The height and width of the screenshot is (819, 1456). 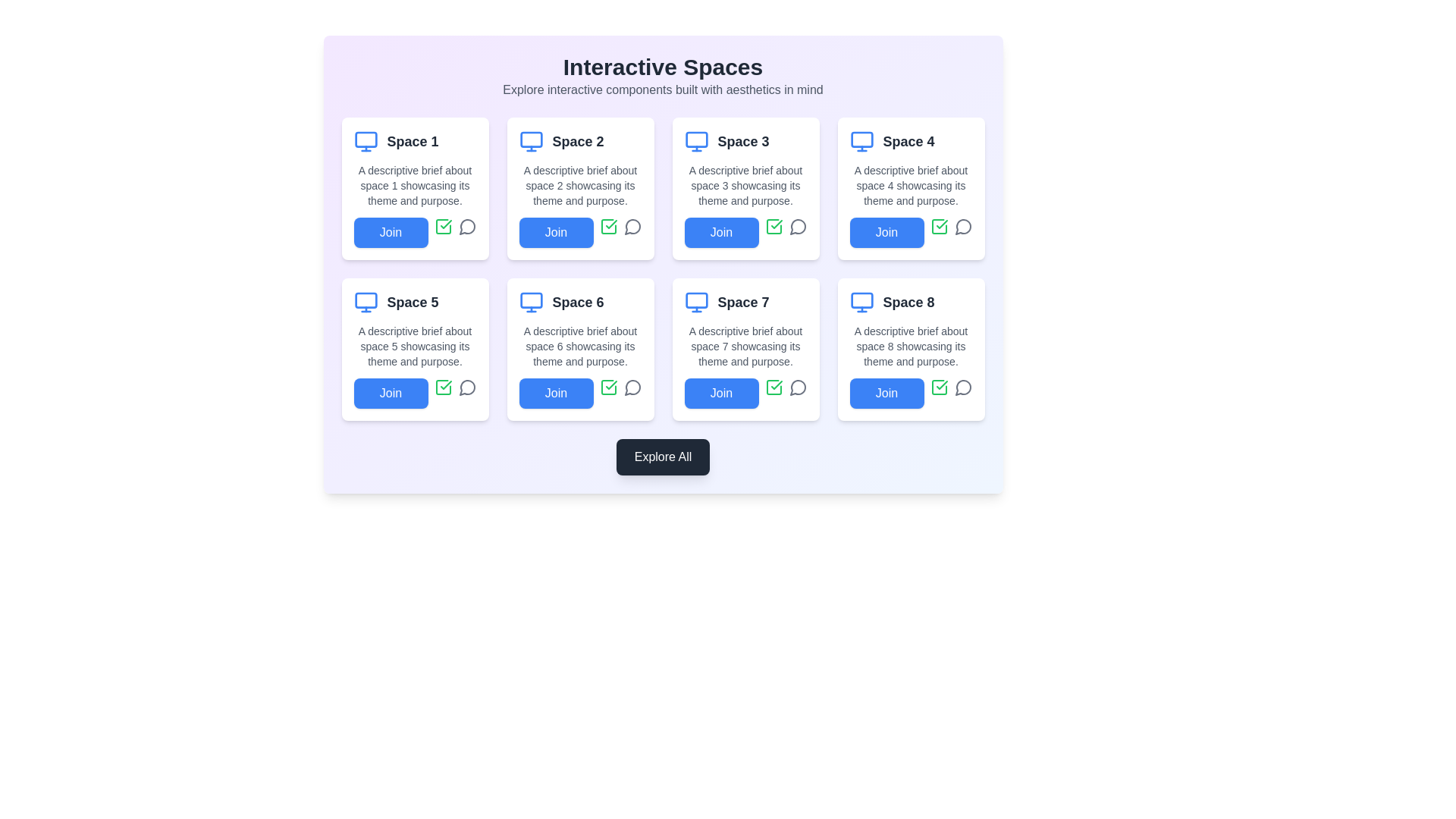 I want to click on text content of the 'Space 8' label, which is a bold, large, dark gray textual label located in the last column of the second row of a grid layout inside a card component, so click(x=908, y=302).